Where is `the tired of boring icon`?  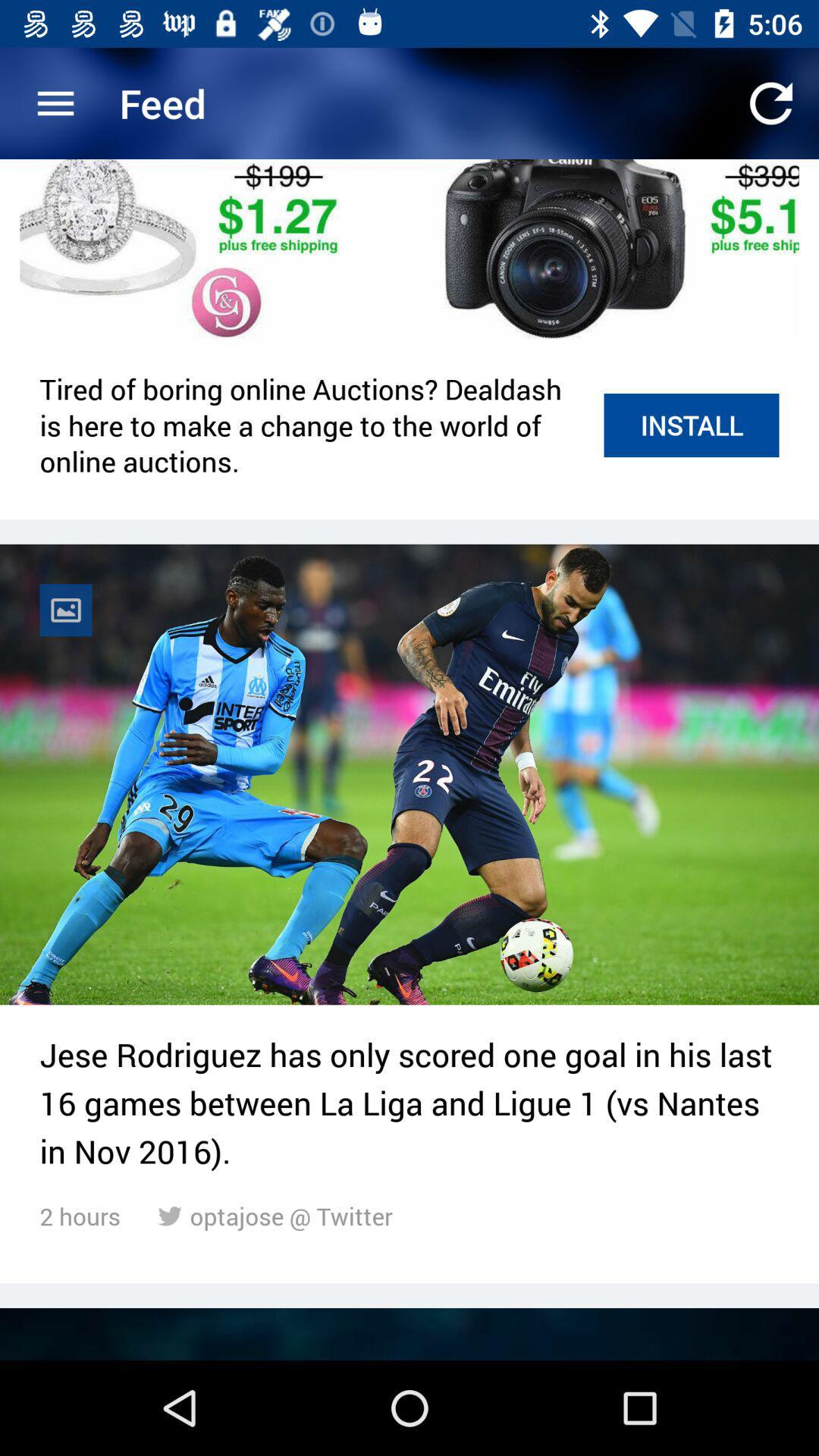 the tired of boring icon is located at coordinates (312, 425).